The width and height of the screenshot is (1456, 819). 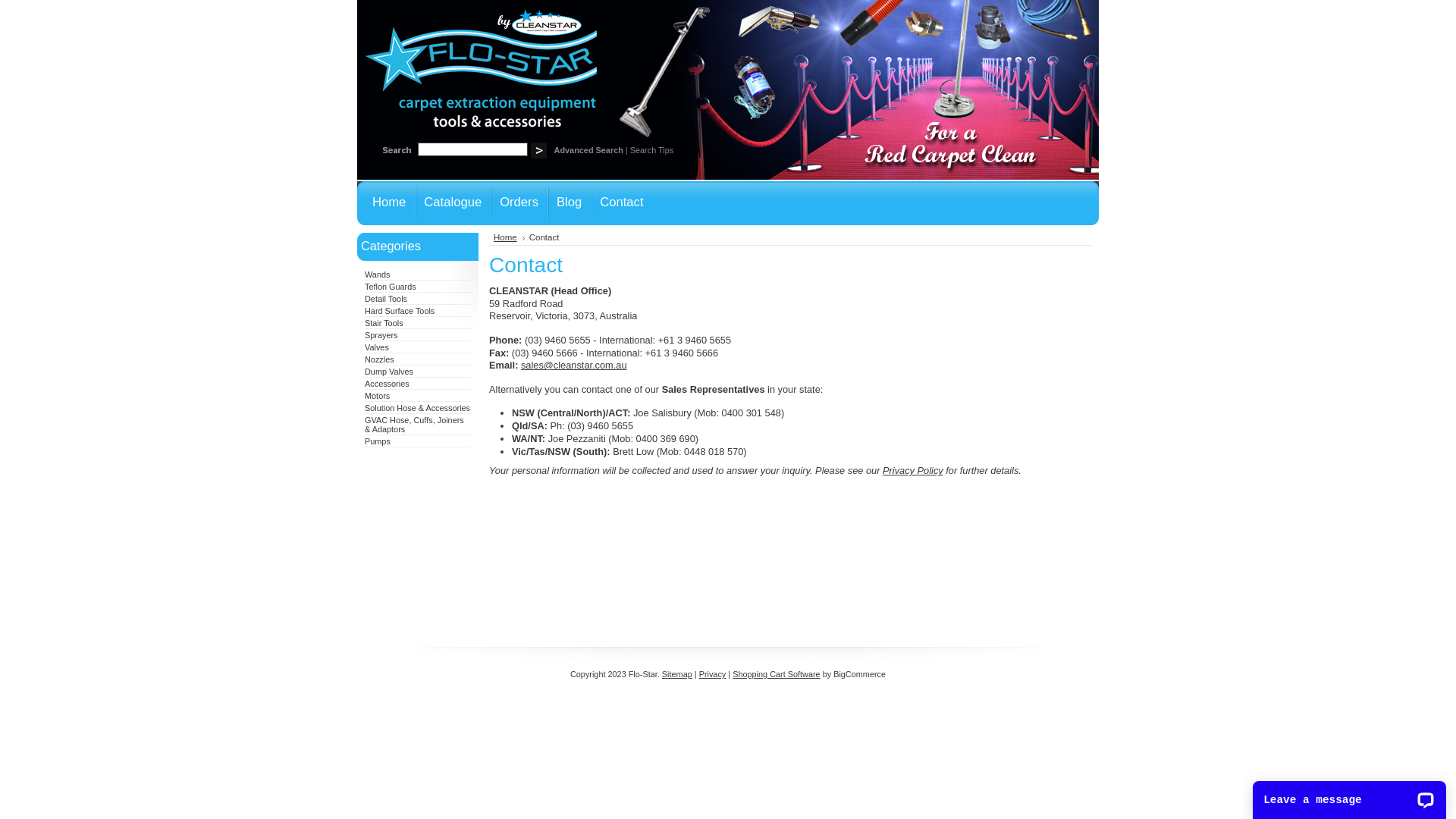 What do you see at coordinates (381, 334) in the screenshot?
I see `'Sprayers'` at bounding box center [381, 334].